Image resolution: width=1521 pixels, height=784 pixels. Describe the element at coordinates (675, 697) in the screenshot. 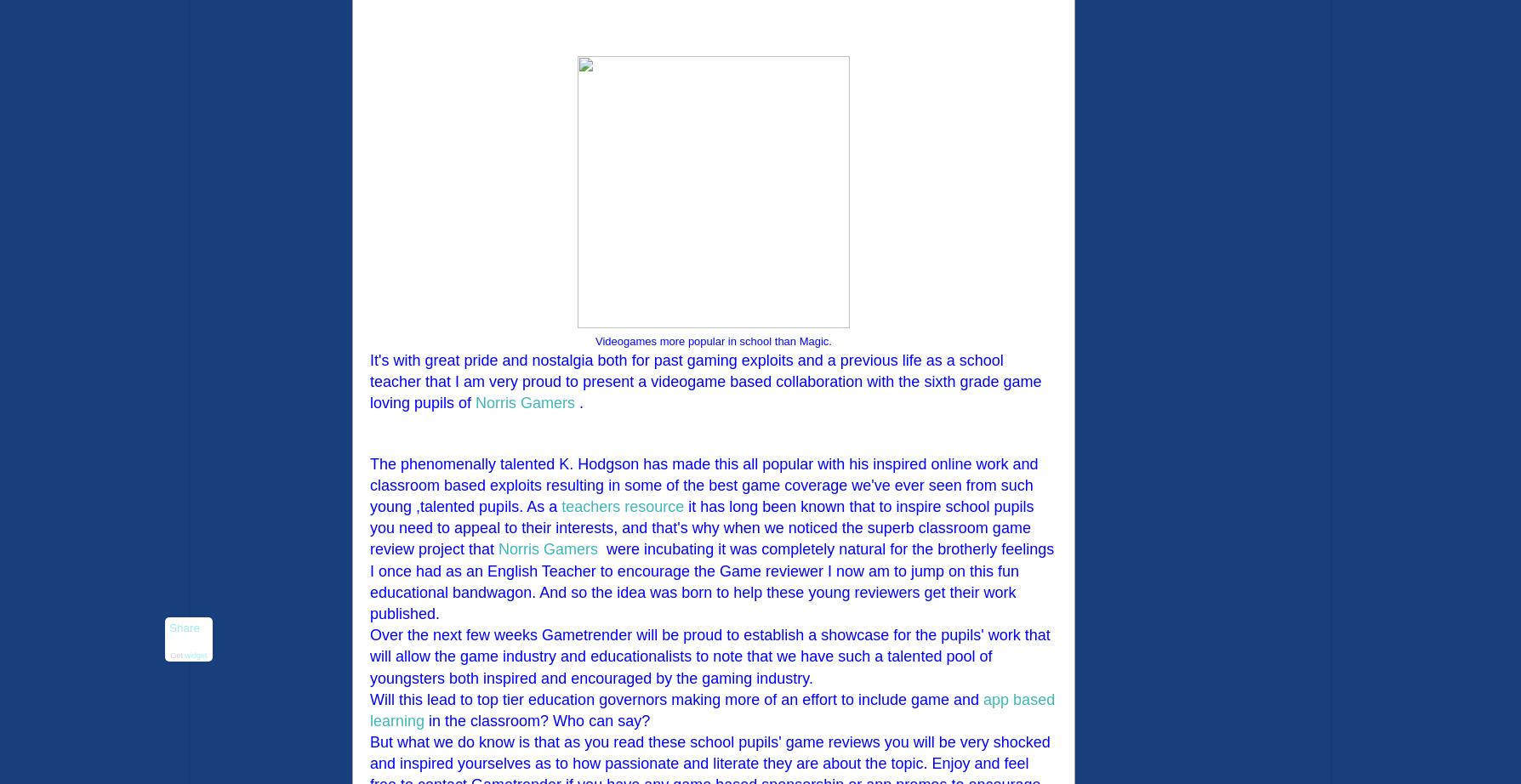

I see `'Will this lead to top tier education governors making more of an effort to include game and'` at that location.